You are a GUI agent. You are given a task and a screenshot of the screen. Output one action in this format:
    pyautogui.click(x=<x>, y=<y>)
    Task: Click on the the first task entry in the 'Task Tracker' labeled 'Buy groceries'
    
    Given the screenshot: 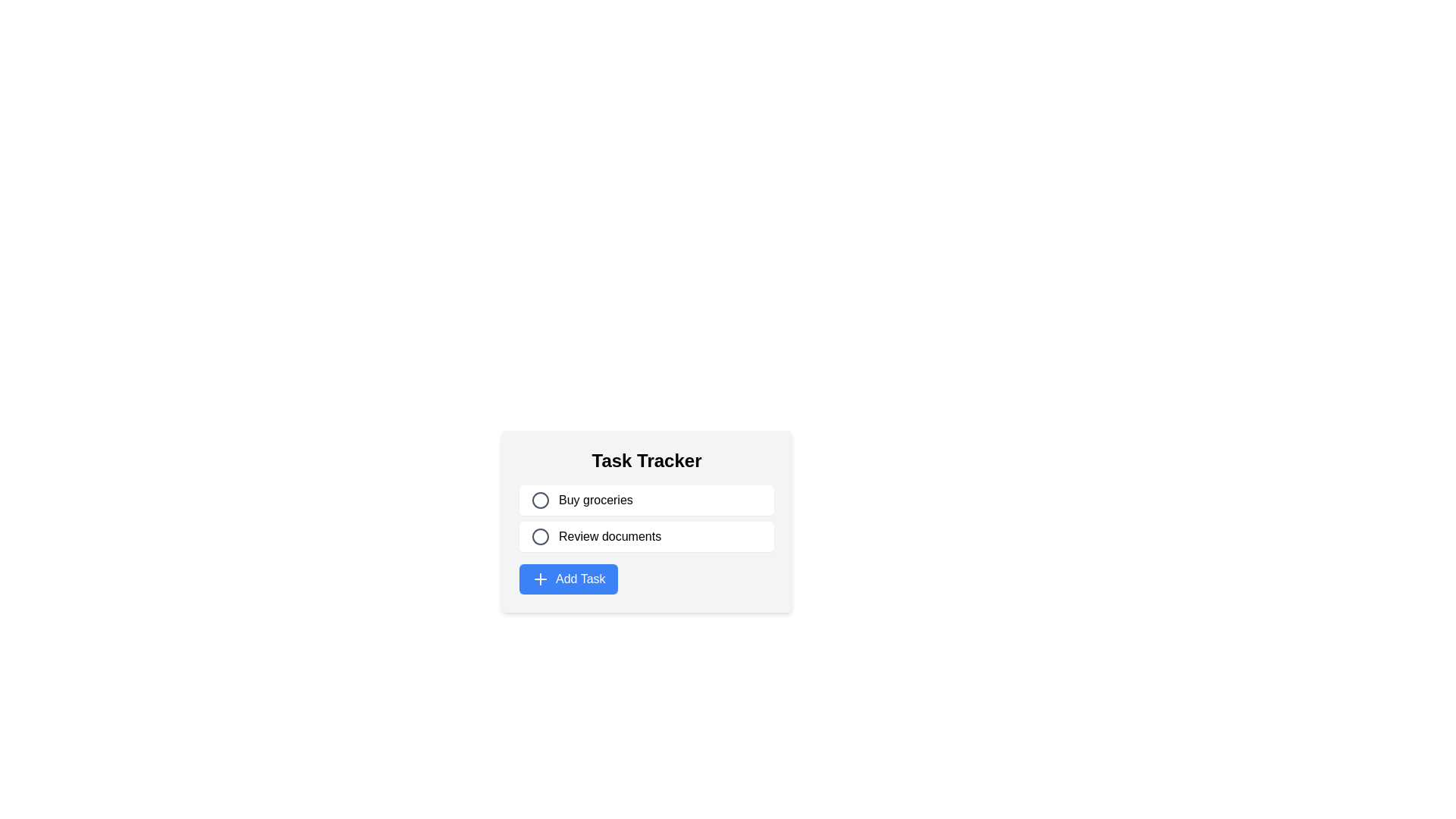 What is the action you would take?
    pyautogui.click(x=647, y=500)
    